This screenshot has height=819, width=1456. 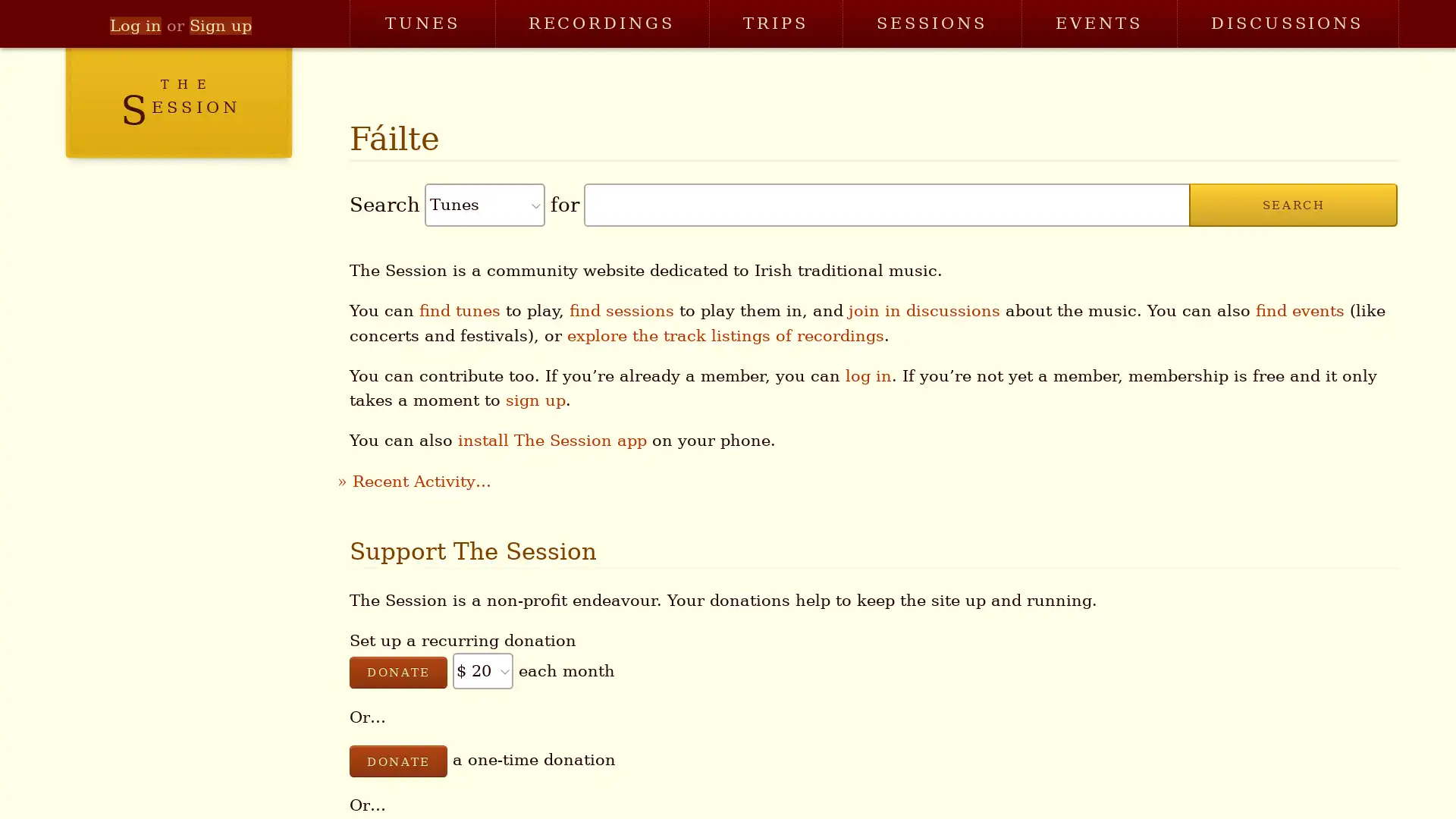 What do you see at coordinates (397, 671) in the screenshot?
I see `donate` at bounding box center [397, 671].